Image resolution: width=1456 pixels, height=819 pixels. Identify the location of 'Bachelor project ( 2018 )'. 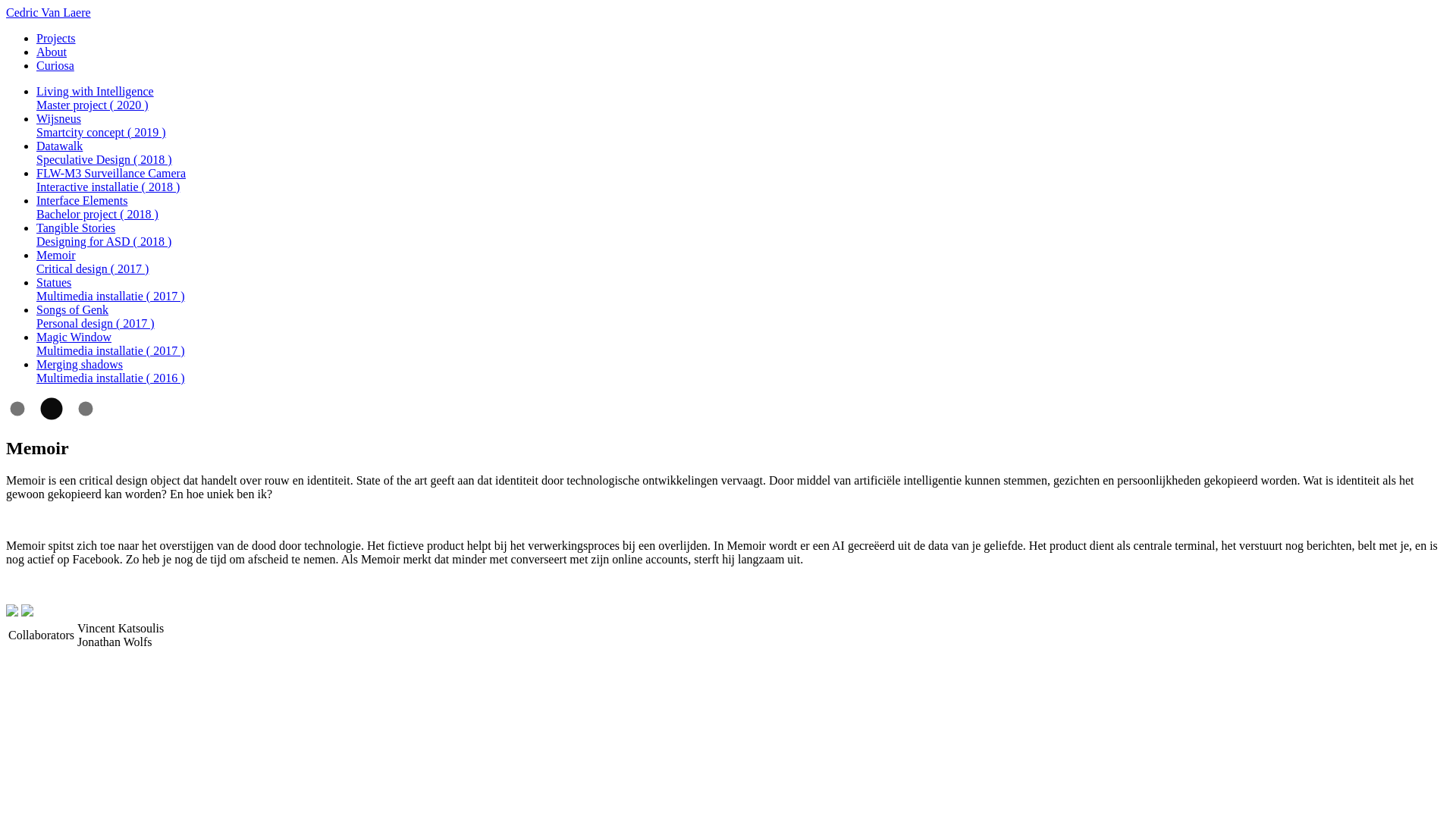
(96, 214).